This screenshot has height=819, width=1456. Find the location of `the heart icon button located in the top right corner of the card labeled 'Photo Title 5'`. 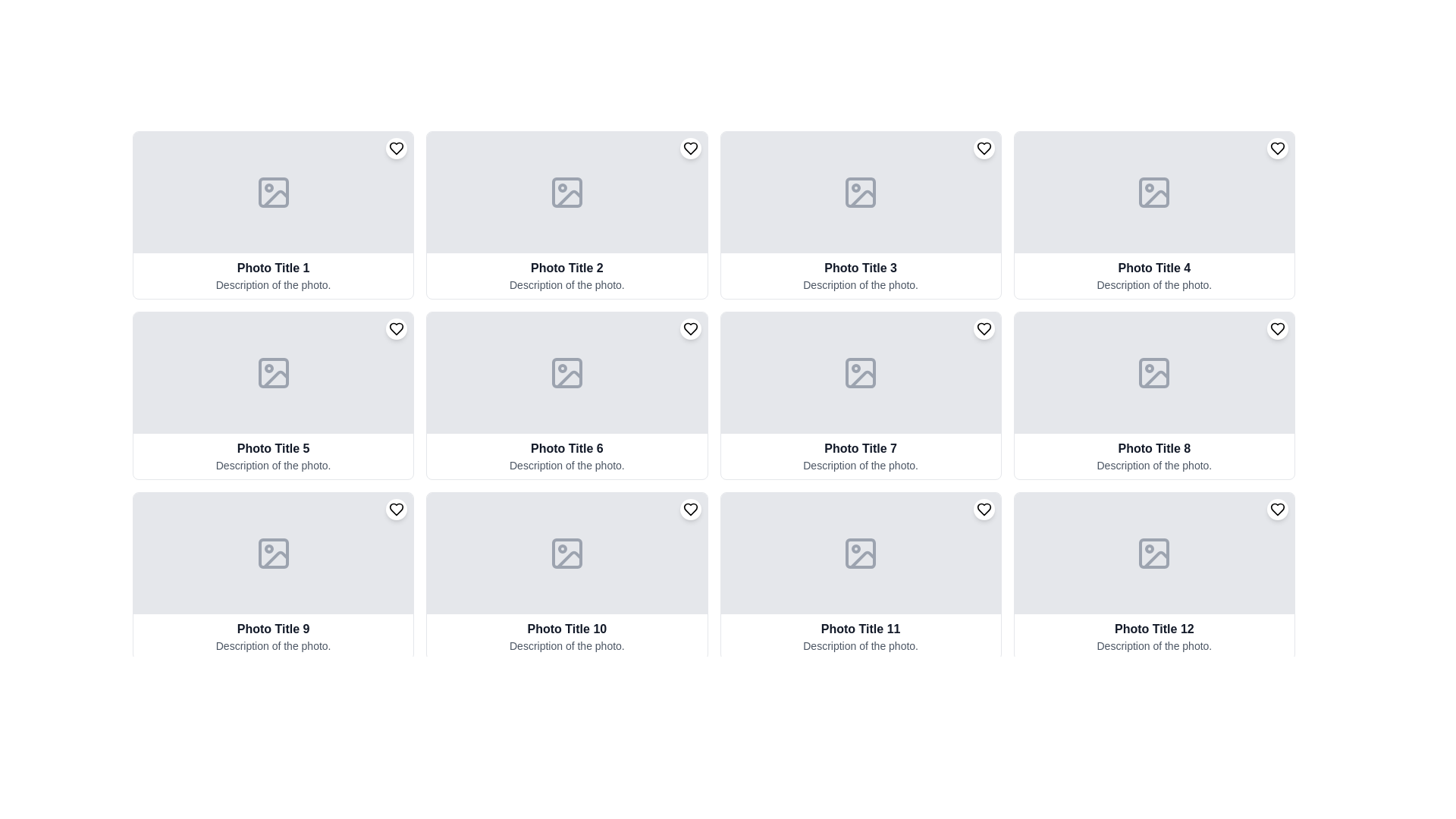

the heart icon button located in the top right corner of the card labeled 'Photo Title 5' is located at coordinates (397, 328).